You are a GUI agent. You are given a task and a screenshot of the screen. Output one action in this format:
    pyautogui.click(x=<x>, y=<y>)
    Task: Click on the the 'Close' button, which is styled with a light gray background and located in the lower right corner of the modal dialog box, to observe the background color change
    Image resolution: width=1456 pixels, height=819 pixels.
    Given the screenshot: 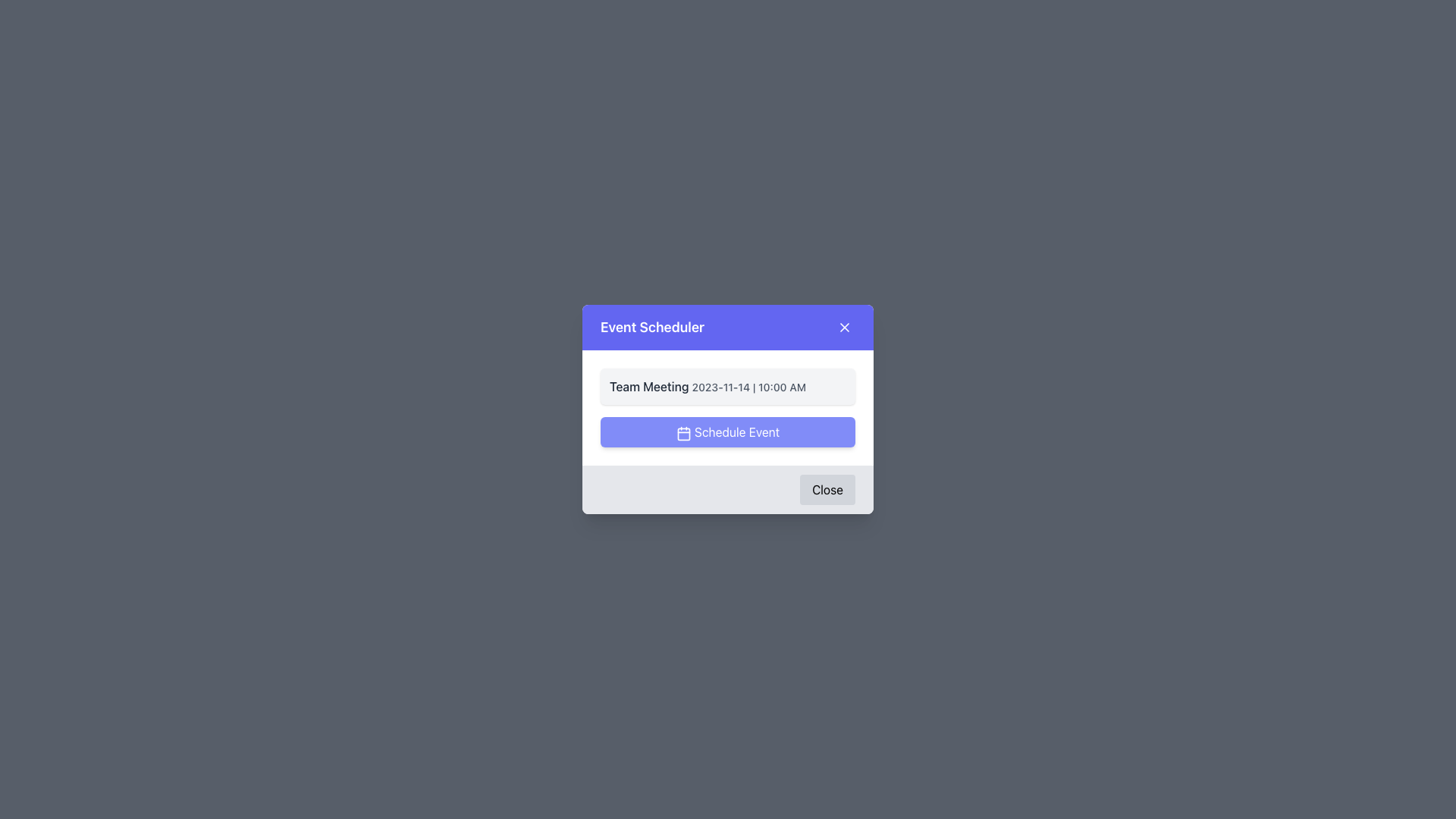 What is the action you would take?
    pyautogui.click(x=827, y=489)
    